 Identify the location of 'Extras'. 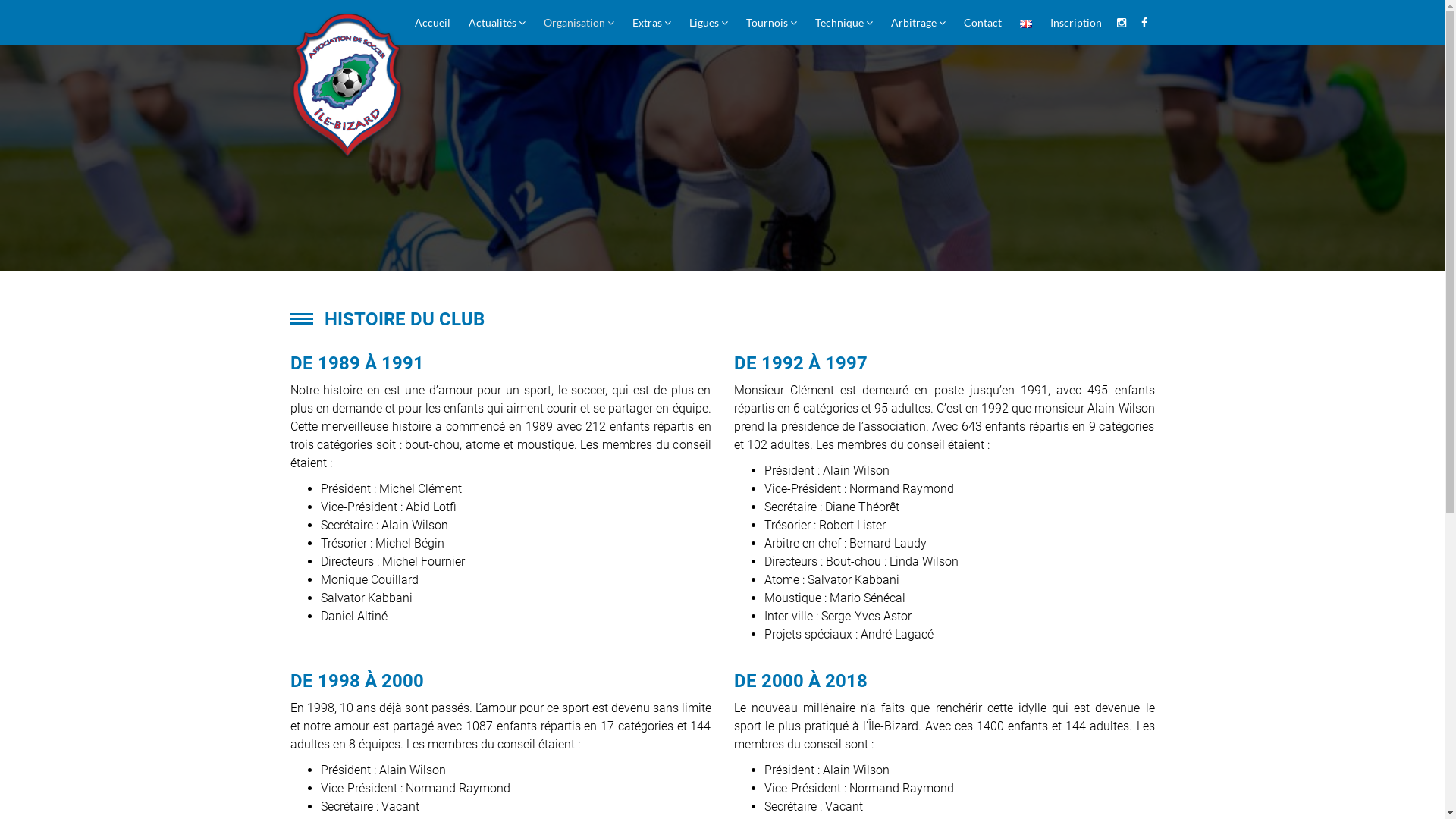
(651, 23).